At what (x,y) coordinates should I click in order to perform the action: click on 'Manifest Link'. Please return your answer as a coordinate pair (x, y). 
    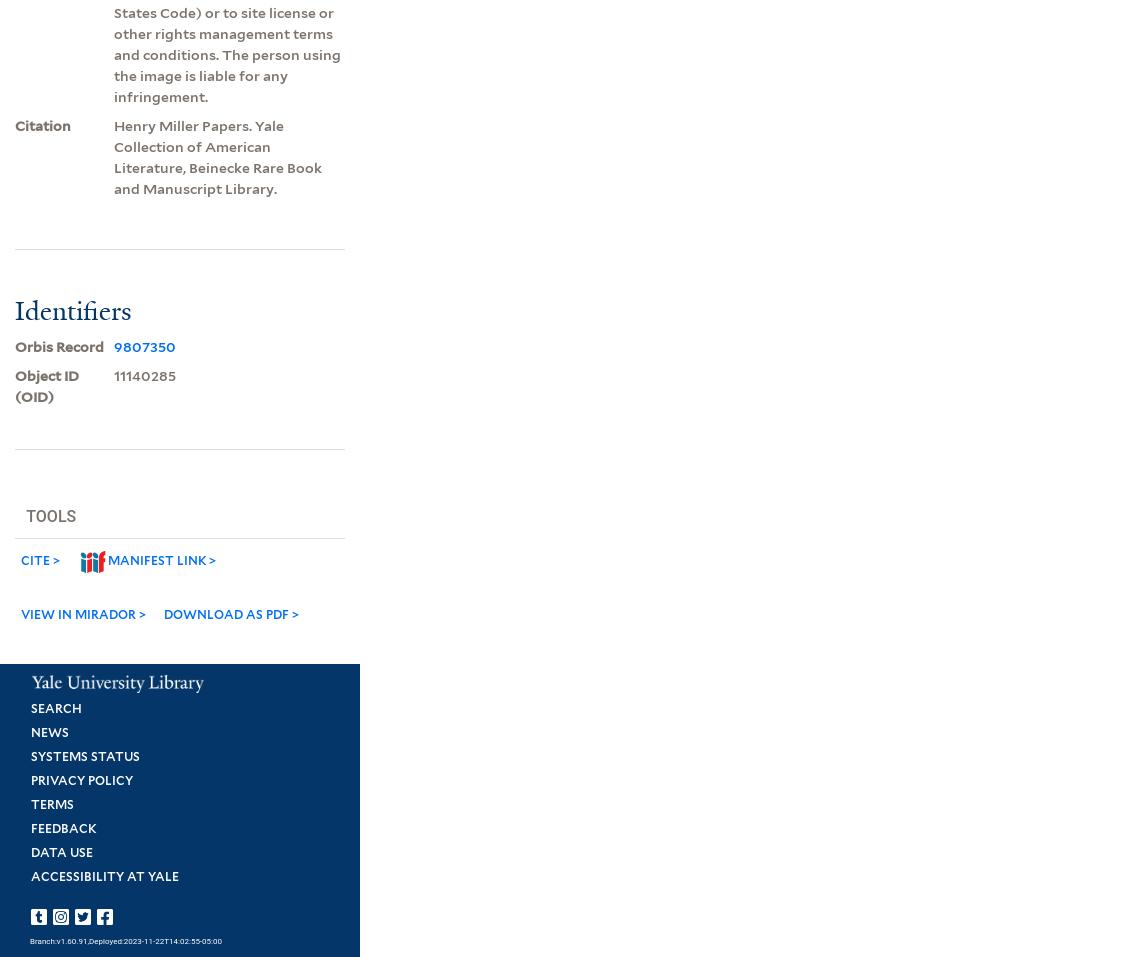
    Looking at the image, I should click on (155, 559).